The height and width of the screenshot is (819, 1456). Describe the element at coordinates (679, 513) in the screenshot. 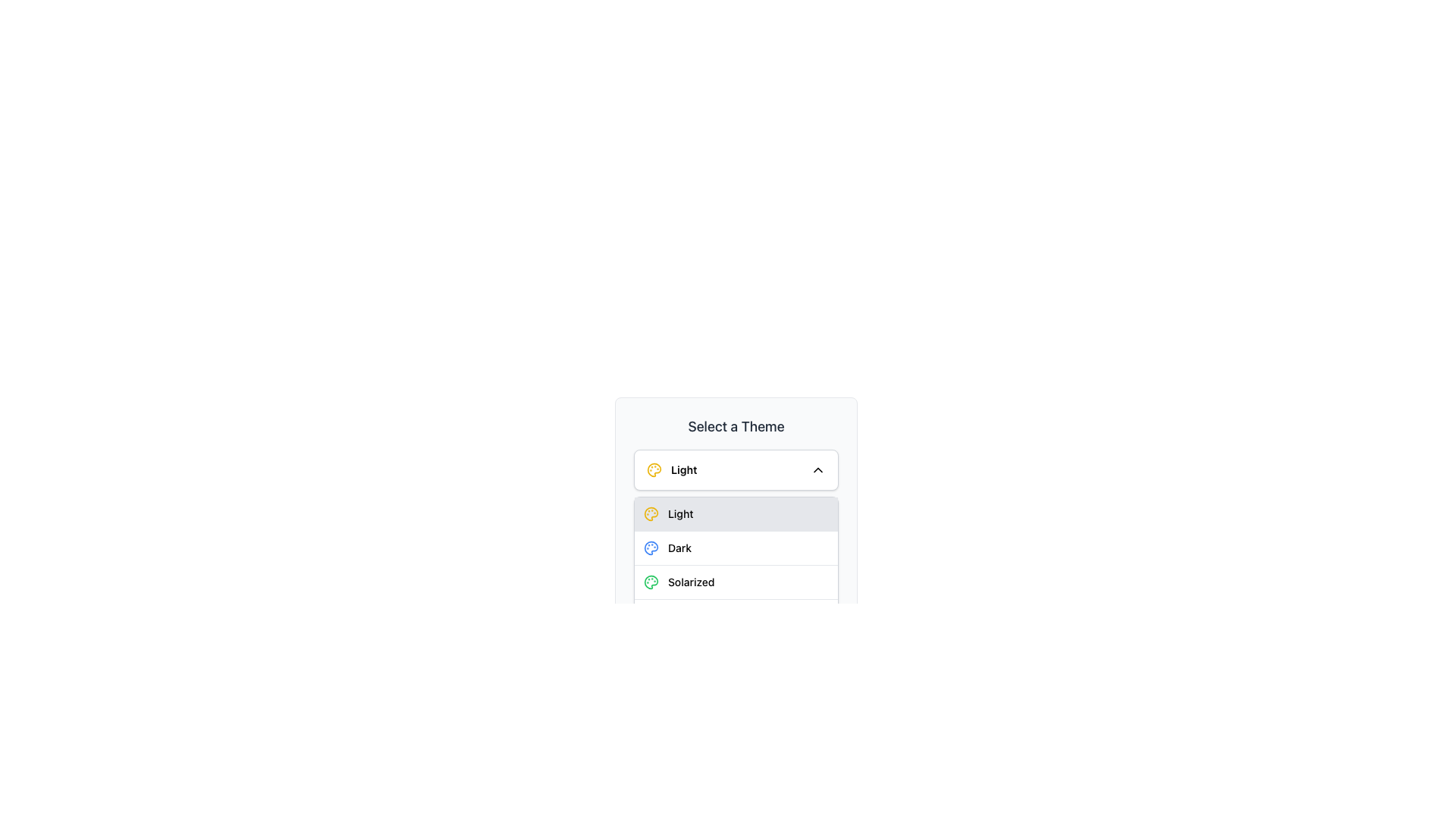

I see `the text label displaying 'Light' within the dropdown menu under 'Select a Theme', which is highlighted and selected` at that location.